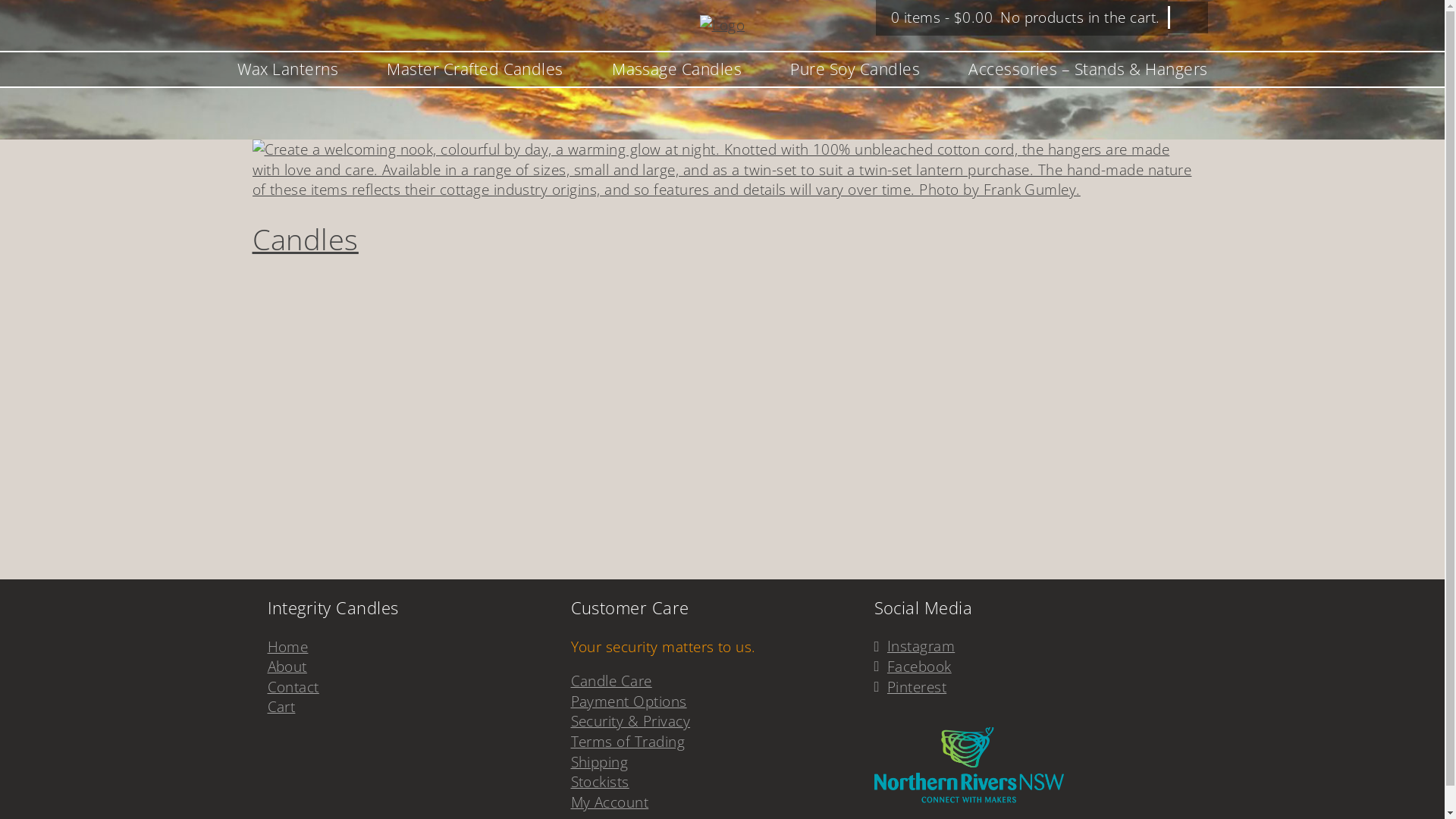 The height and width of the screenshot is (819, 1456). I want to click on 'Wax Lanterns', so click(287, 69).